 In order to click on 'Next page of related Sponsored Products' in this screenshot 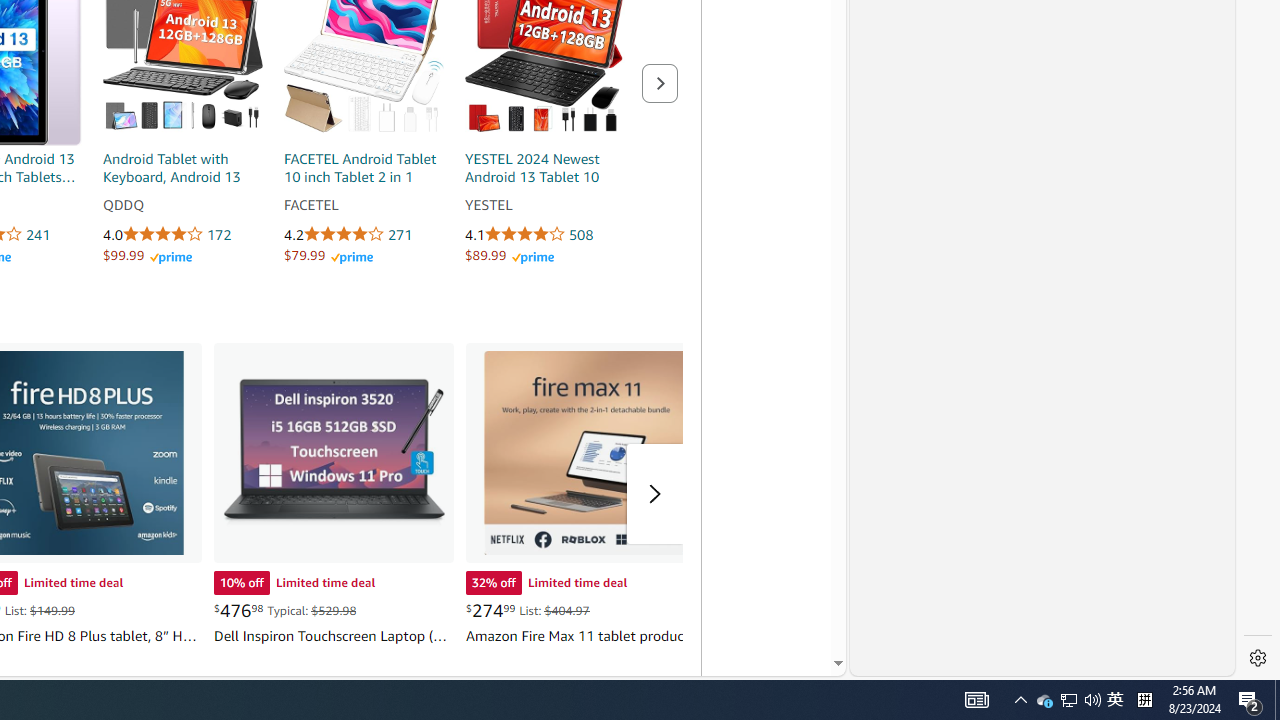, I will do `click(660, 82)`.